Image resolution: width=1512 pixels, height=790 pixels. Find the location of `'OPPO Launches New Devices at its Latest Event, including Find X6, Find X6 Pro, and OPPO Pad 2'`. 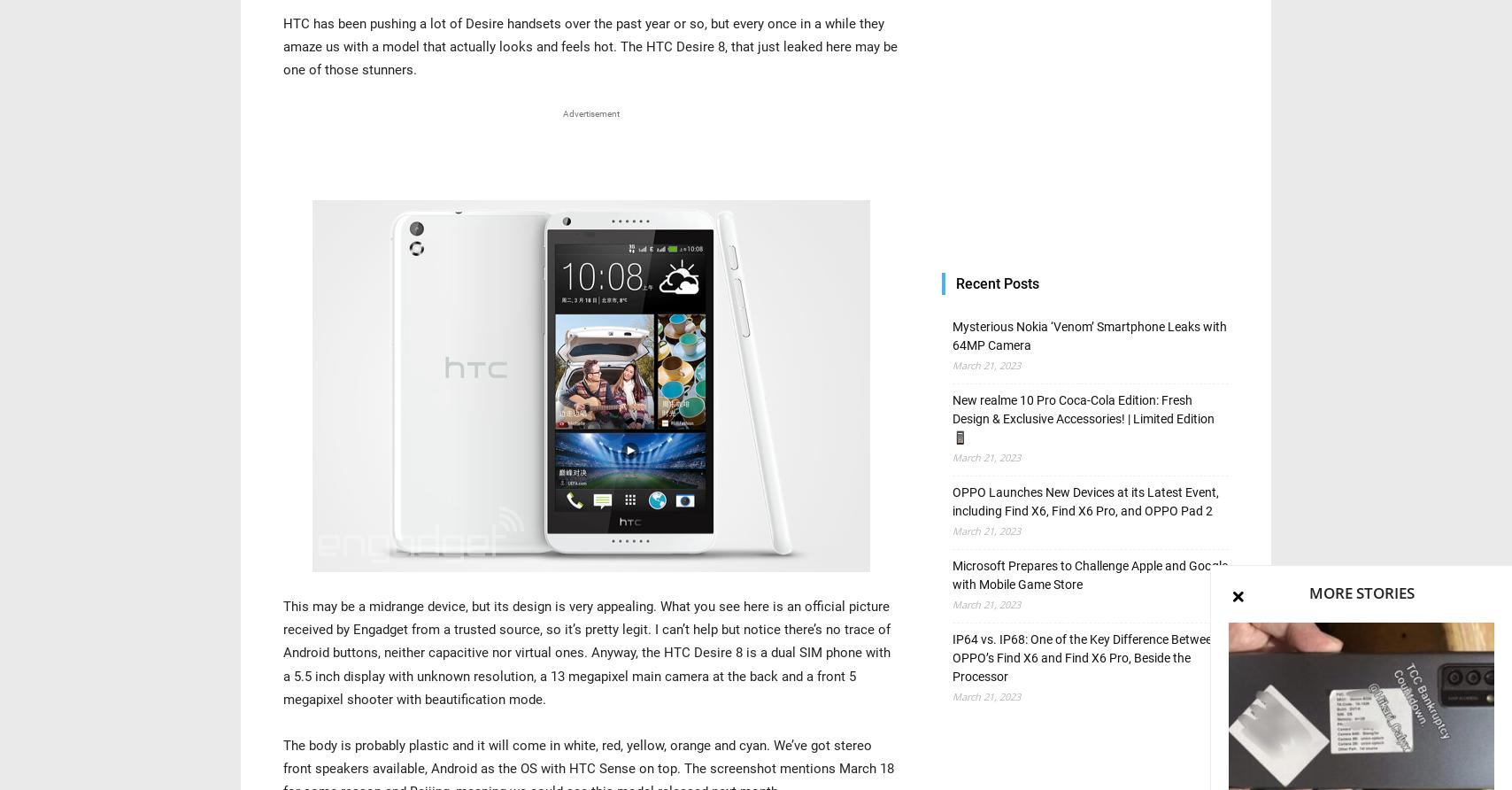

'OPPO Launches New Devices at its Latest Event, including Find X6, Find X6 Pro, and OPPO Pad 2' is located at coordinates (1085, 500).